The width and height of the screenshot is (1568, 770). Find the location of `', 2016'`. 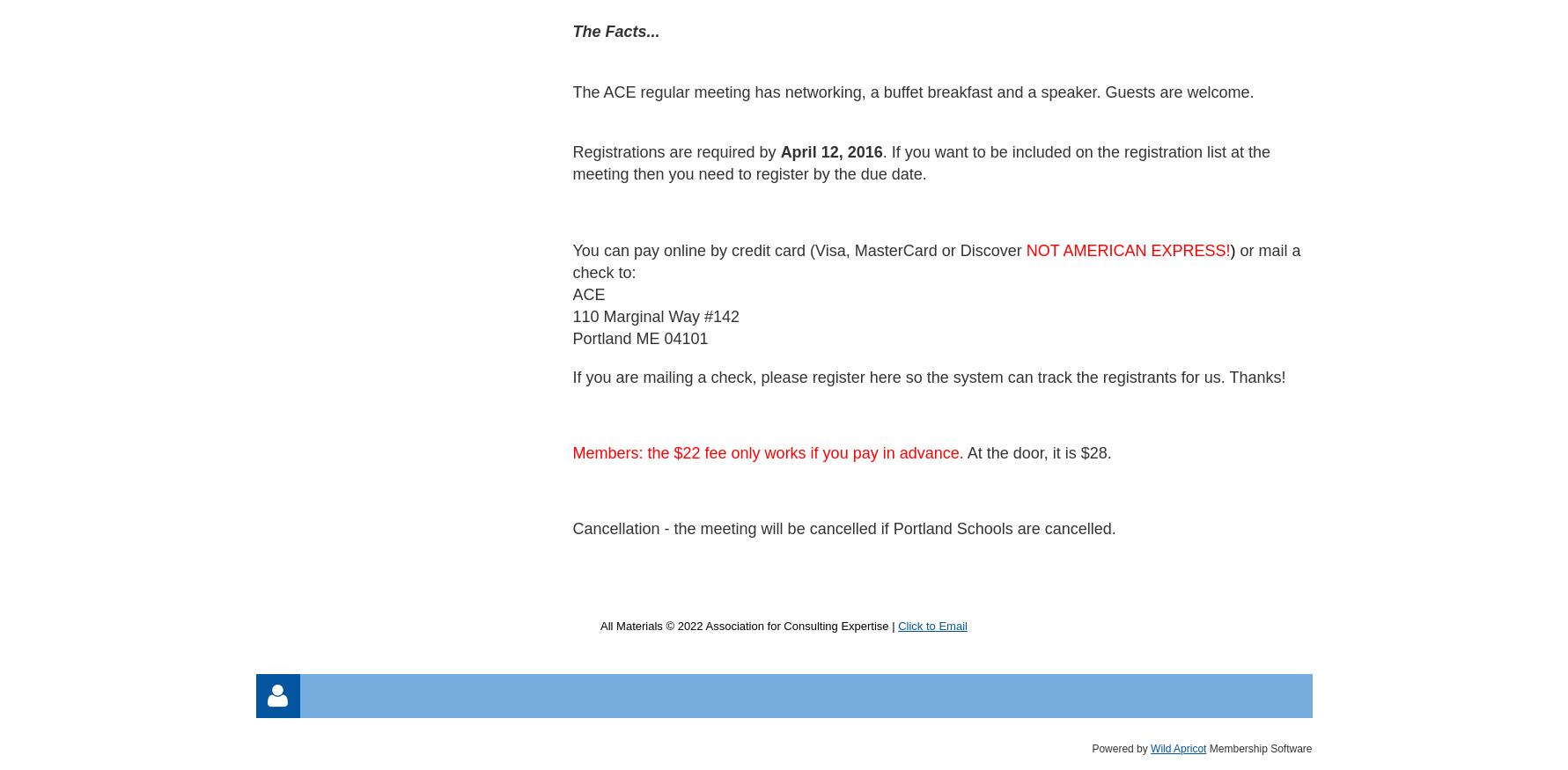

', 2016' is located at coordinates (860, 150).